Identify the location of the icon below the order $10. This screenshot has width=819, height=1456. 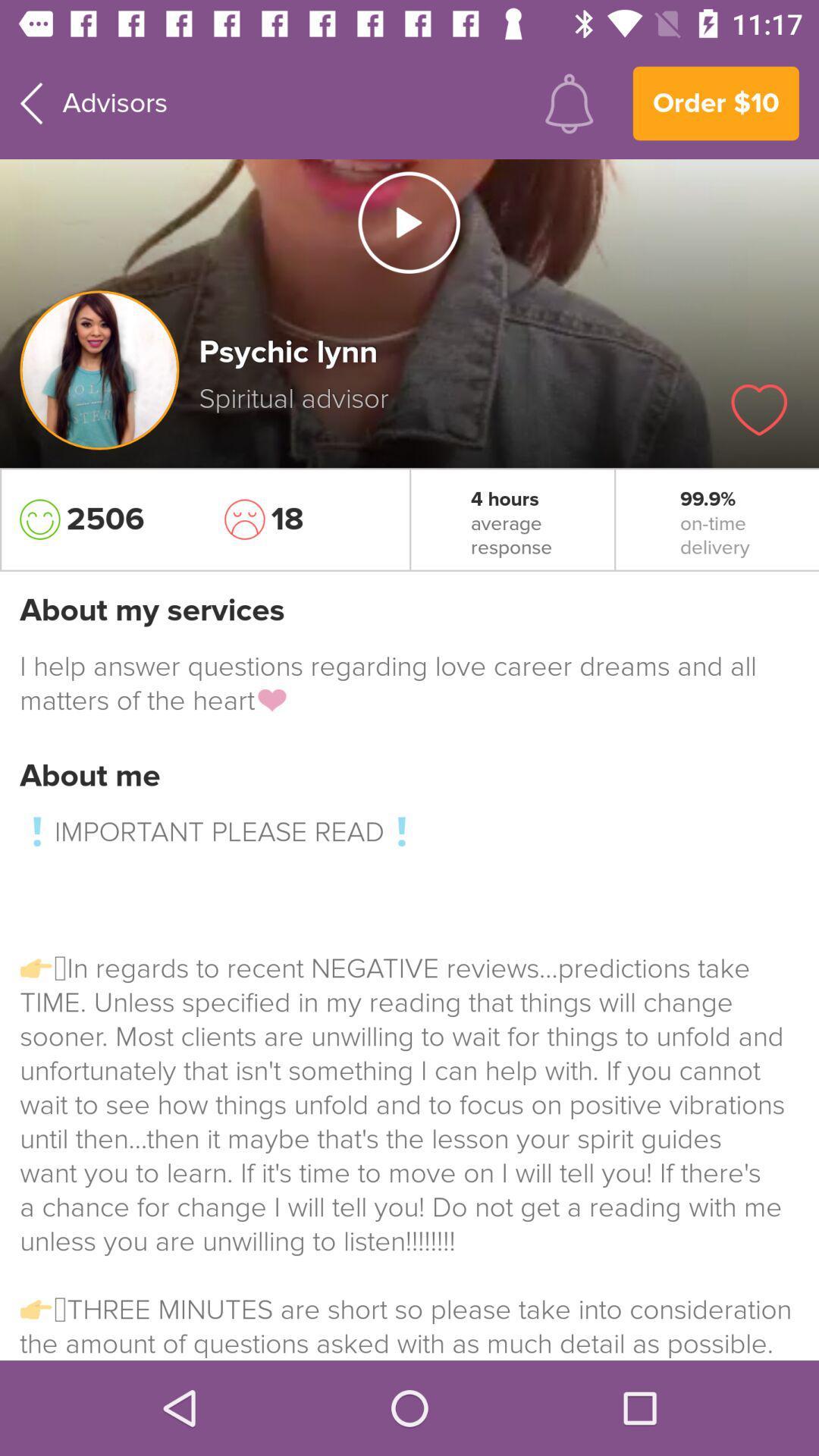
(759, 409).